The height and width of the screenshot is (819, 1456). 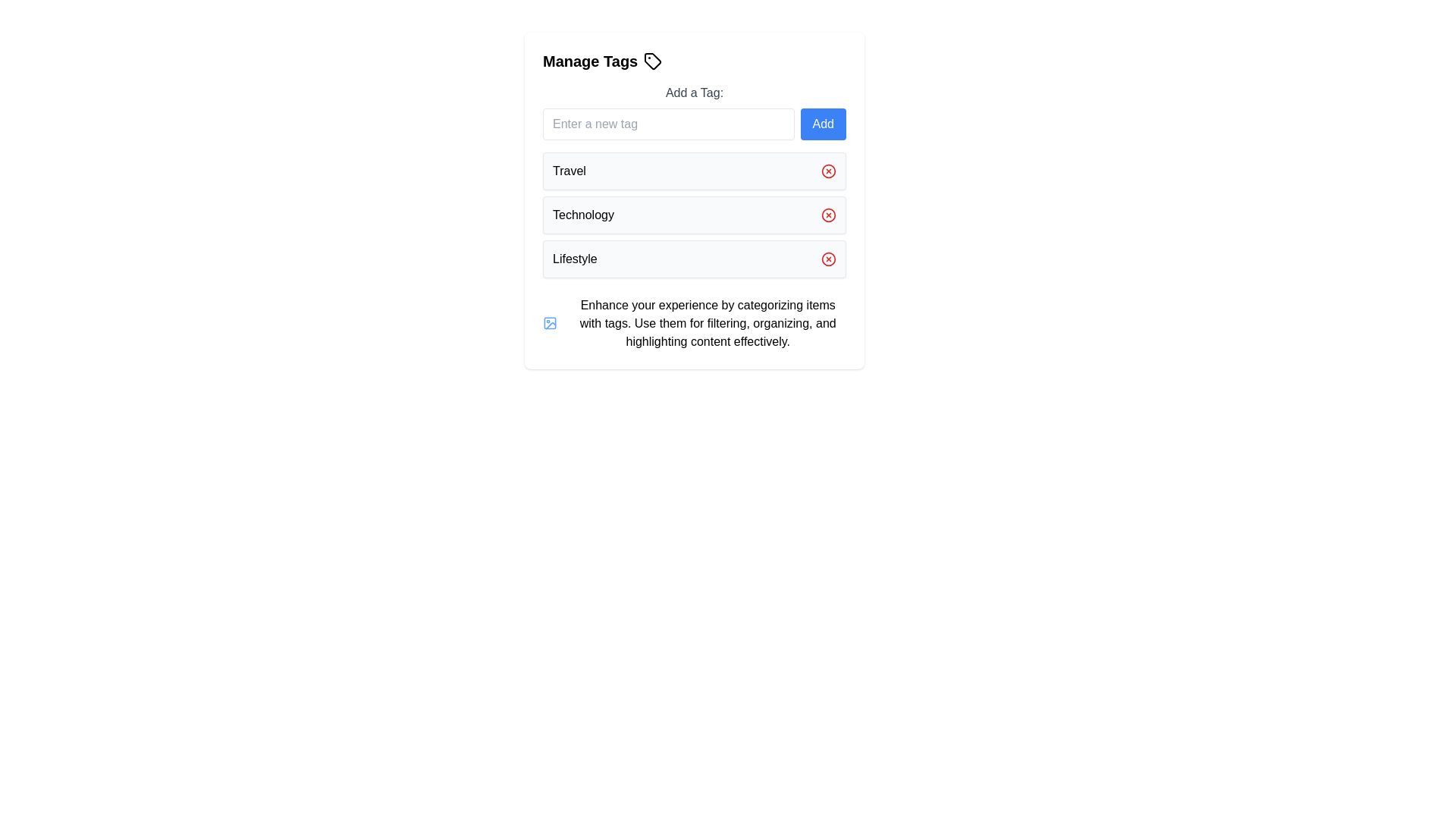 I want to click on the button located in the top-right portion of the 'Manage Tags' section, so click(x=822, y=124).